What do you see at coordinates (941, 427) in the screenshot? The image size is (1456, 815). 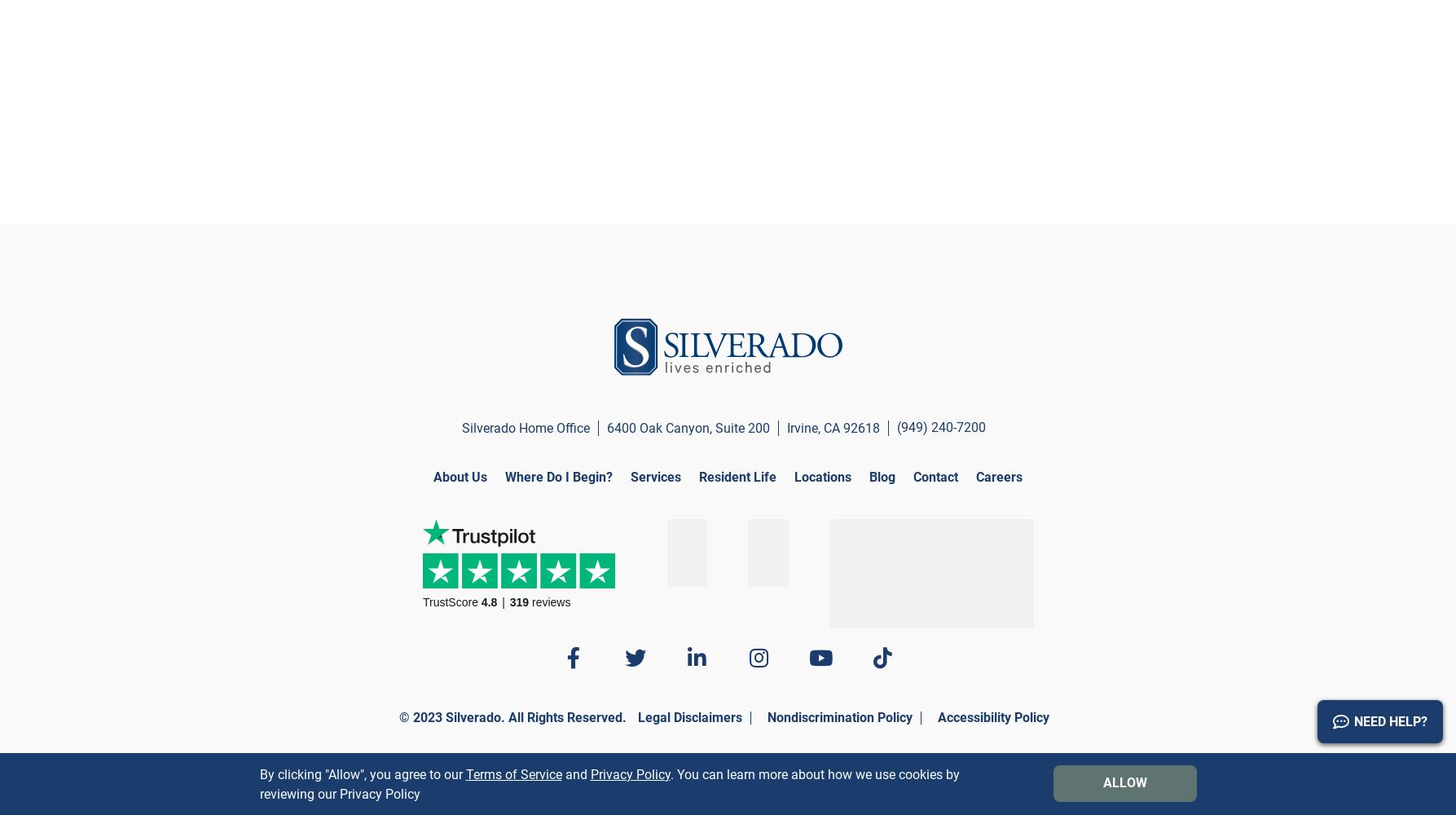 I see `'(949) 240-7200'` at bounding box center [941, 427].